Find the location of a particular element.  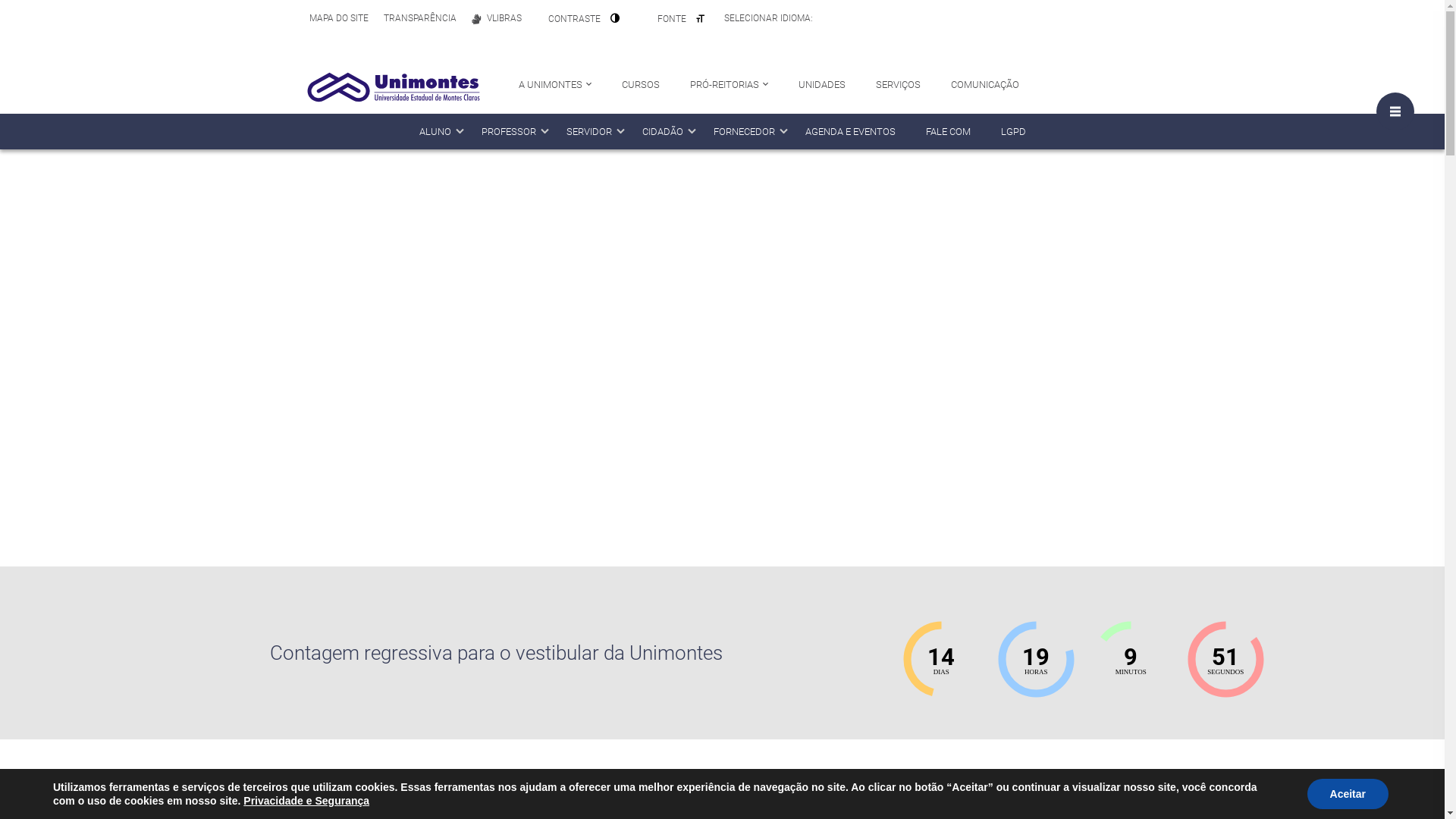

'Aceitar' is located at coordinates (1306, 792).